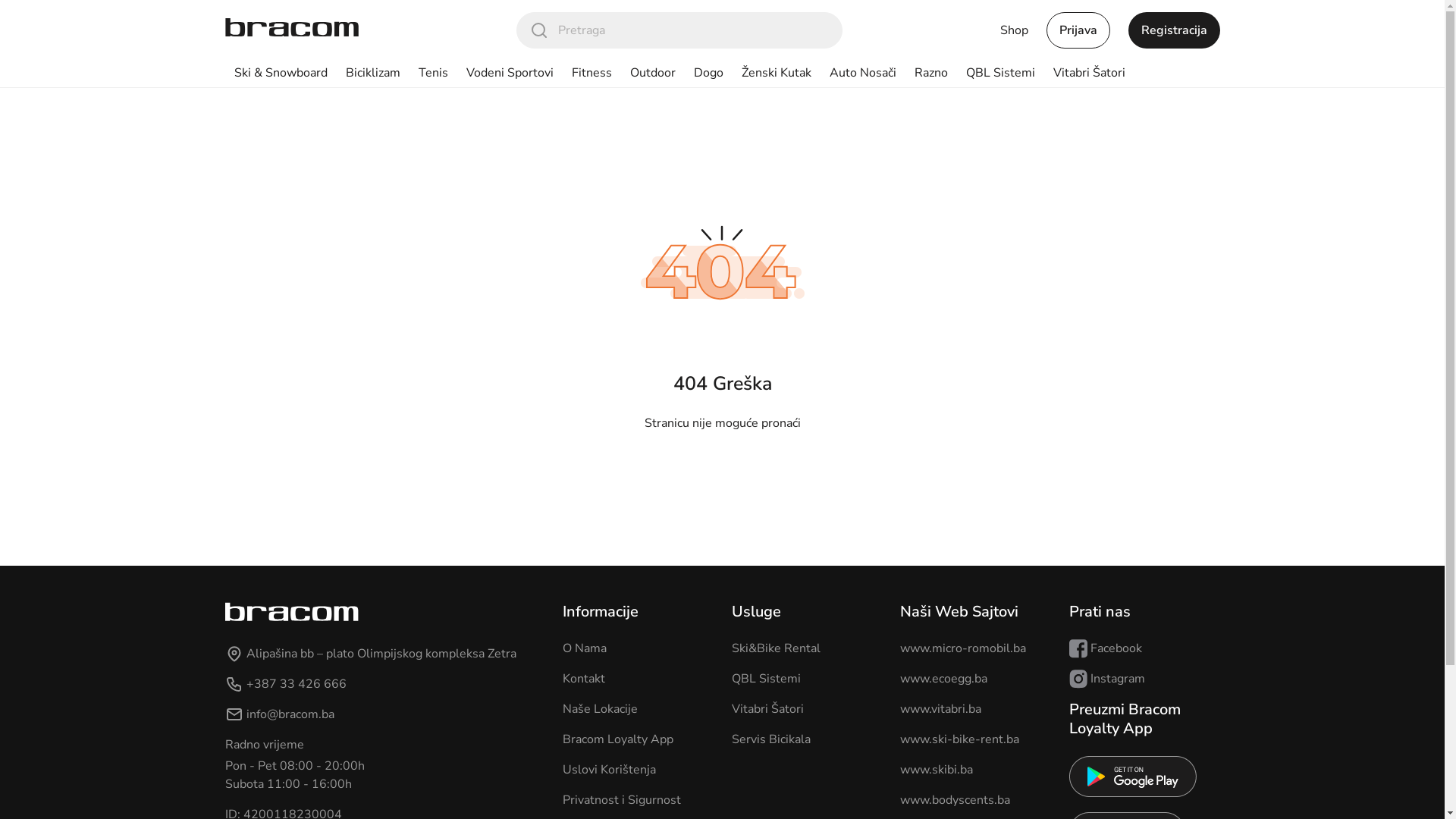  What do you see at coordinates (1013, 30) in the screenshot?
I see `'Shop'` at bounding box center [1013, 30].